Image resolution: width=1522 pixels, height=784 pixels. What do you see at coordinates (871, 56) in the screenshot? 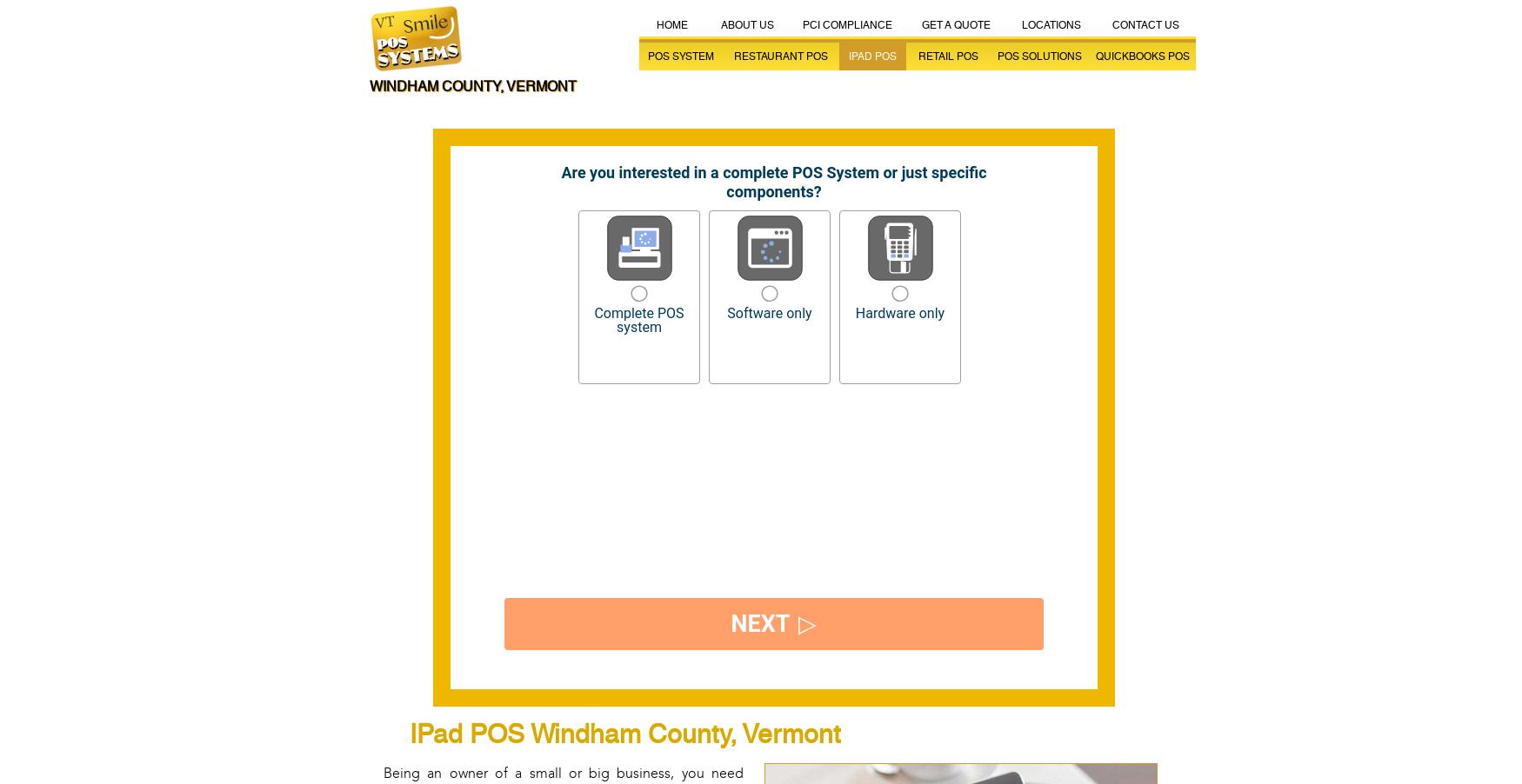
I see `'iPad POS'` at bounding box center [871, 56].